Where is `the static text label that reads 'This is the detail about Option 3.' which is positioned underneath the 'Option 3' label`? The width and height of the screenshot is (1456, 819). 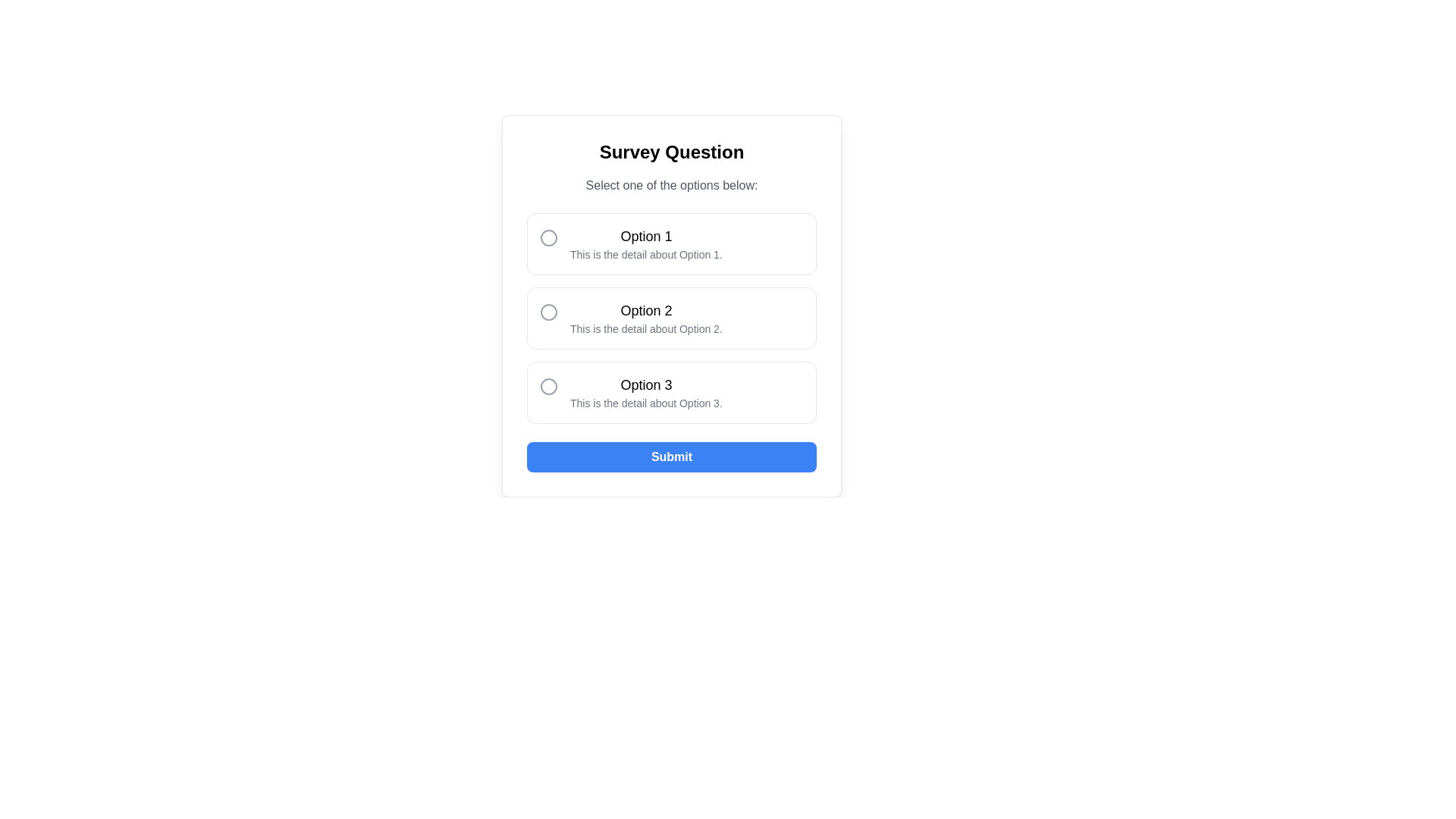 the static text label that reads 'This is the detail about Option 3.' which is positioned underneath the 'Option 3' label is located at coordinates (646, 403).